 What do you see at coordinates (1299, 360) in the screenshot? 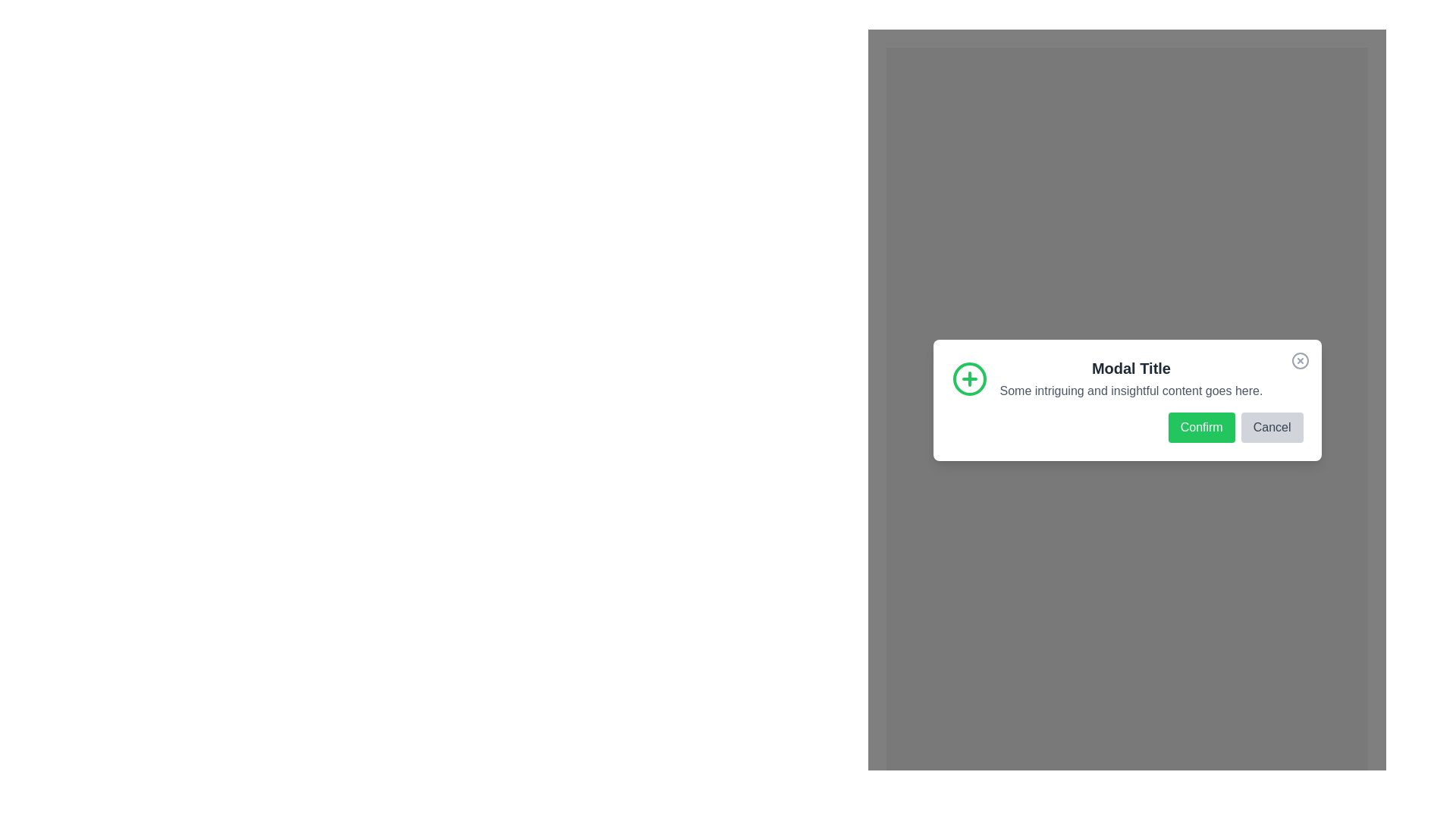
I see `the close button located at the top-right corner of the modal dialog to observe styling changes` at bounding box center [1299, 360].